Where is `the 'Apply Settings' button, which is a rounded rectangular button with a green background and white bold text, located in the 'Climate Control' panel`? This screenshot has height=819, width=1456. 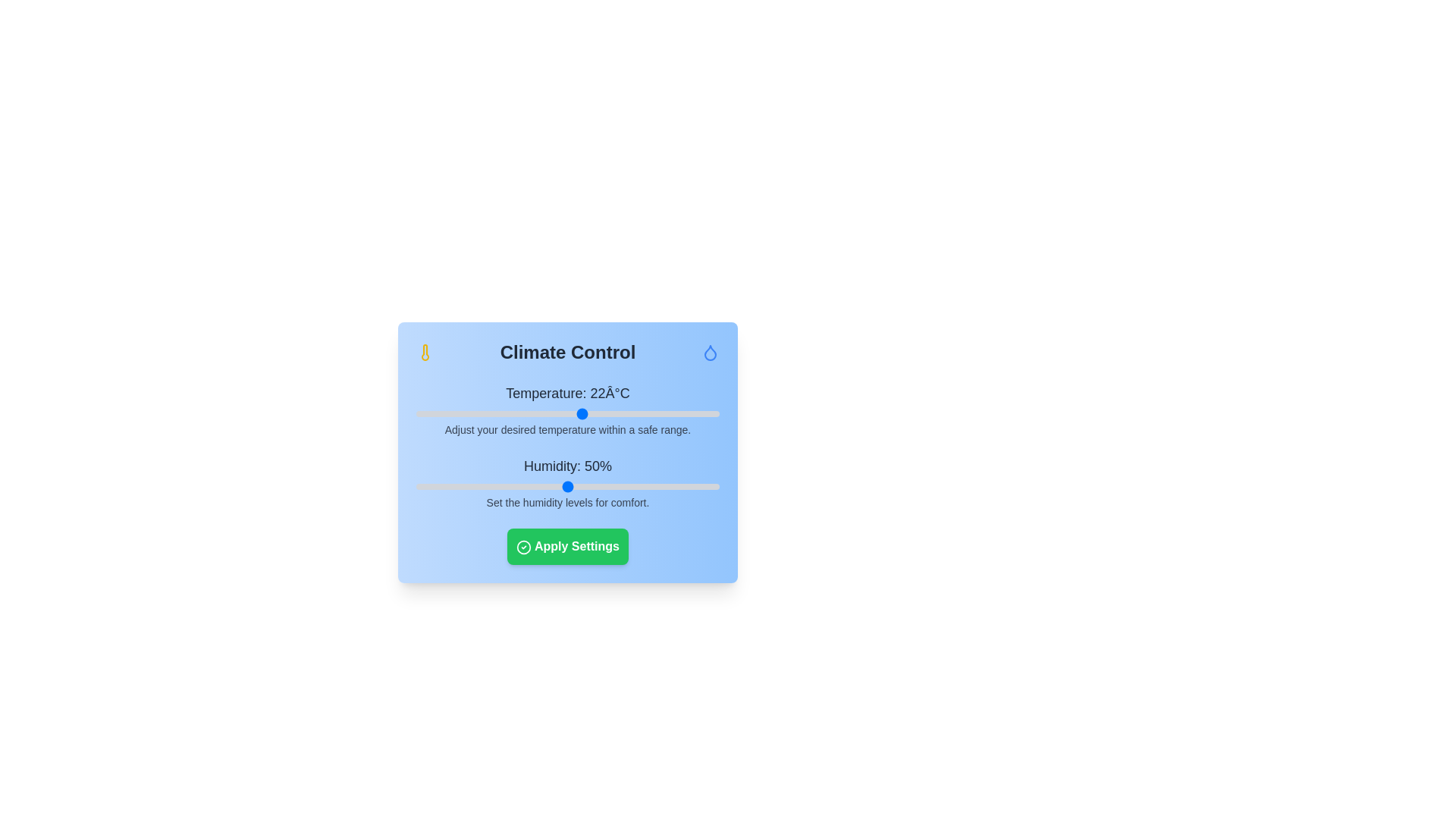 the 'Apply Settings' button, which is a rounded rectangular button with a green background and white bold text, located in the 'Climate Control' panel is located at coordinates (566, 547).